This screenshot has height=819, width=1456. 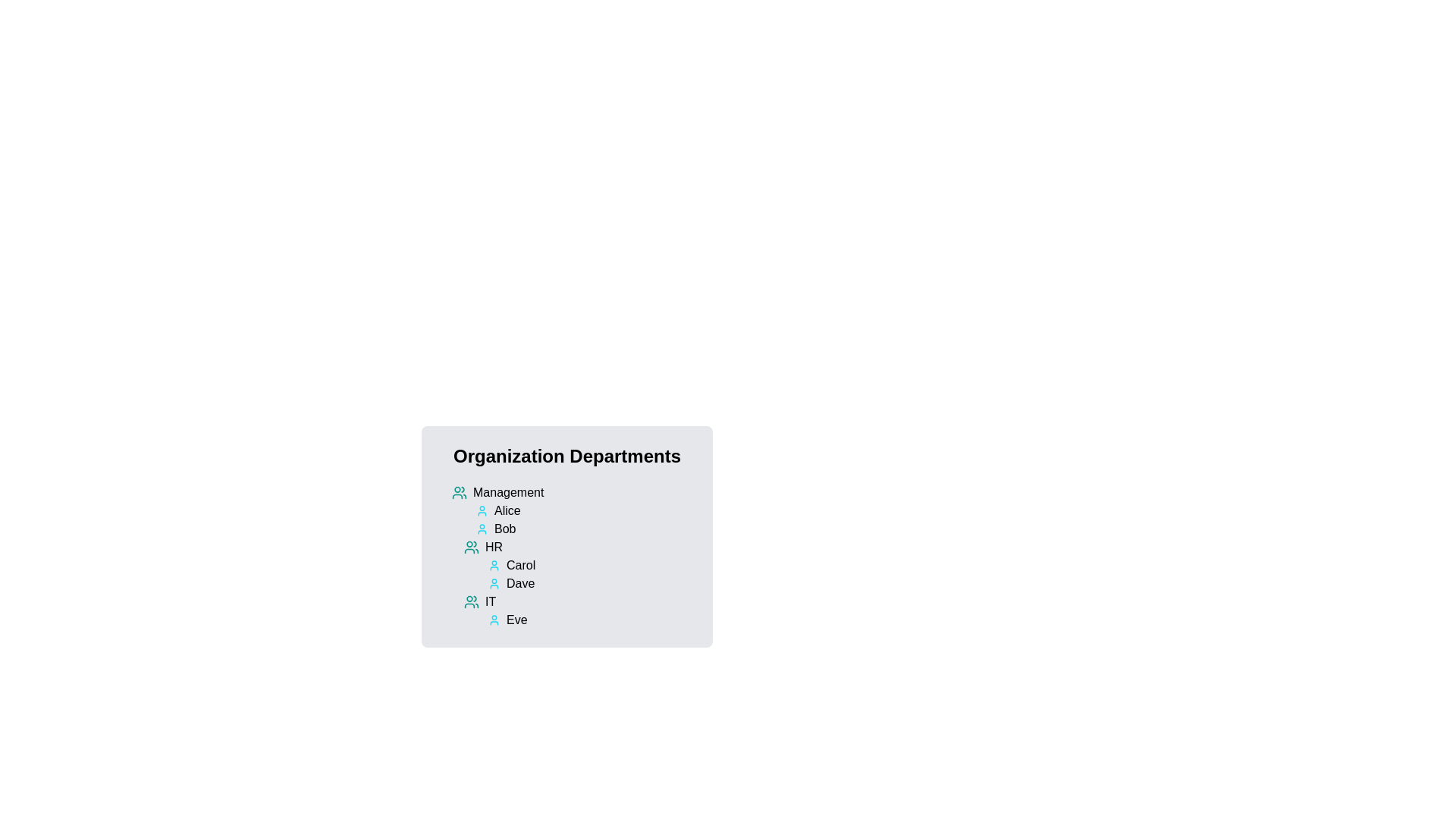 I want to click on the department name associated with the 'IT' text label, which is styled with a medium weight font and positioned in the bottom-left part of the 'Organization Departments' card, so click(x=491, y=601).